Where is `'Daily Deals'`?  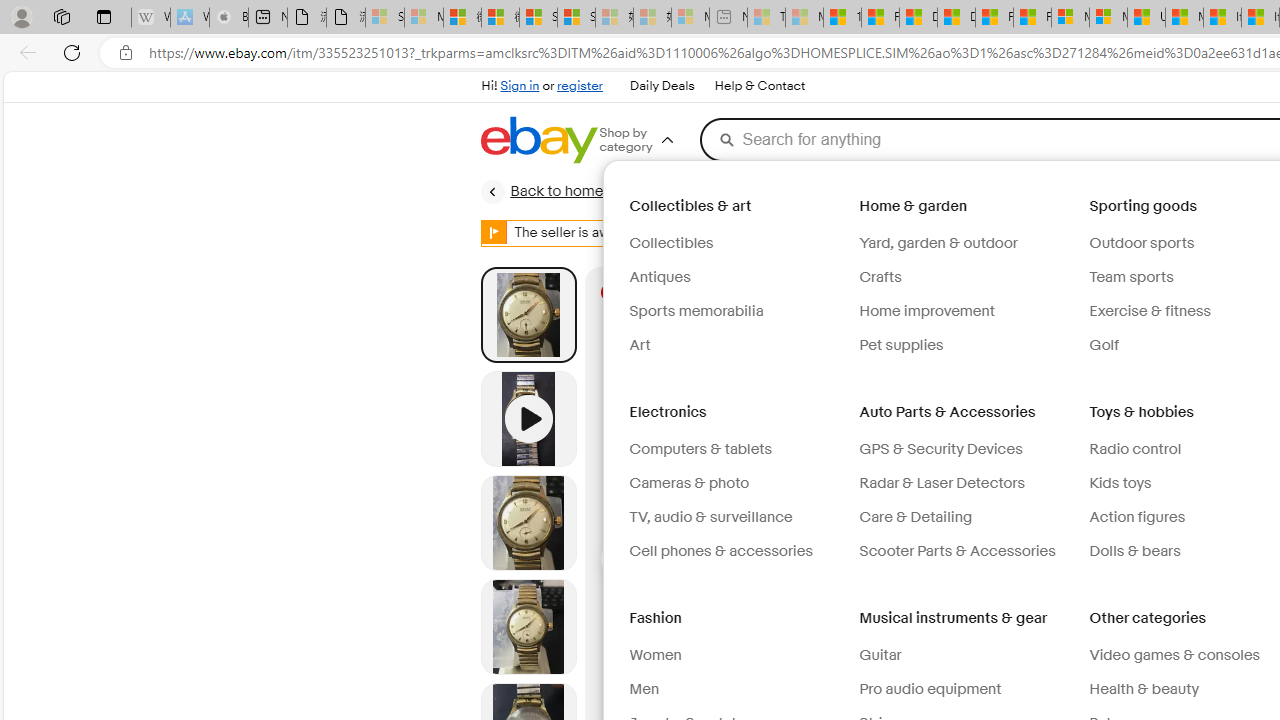
'Daily Deals' is located at coordinates (662, 86).